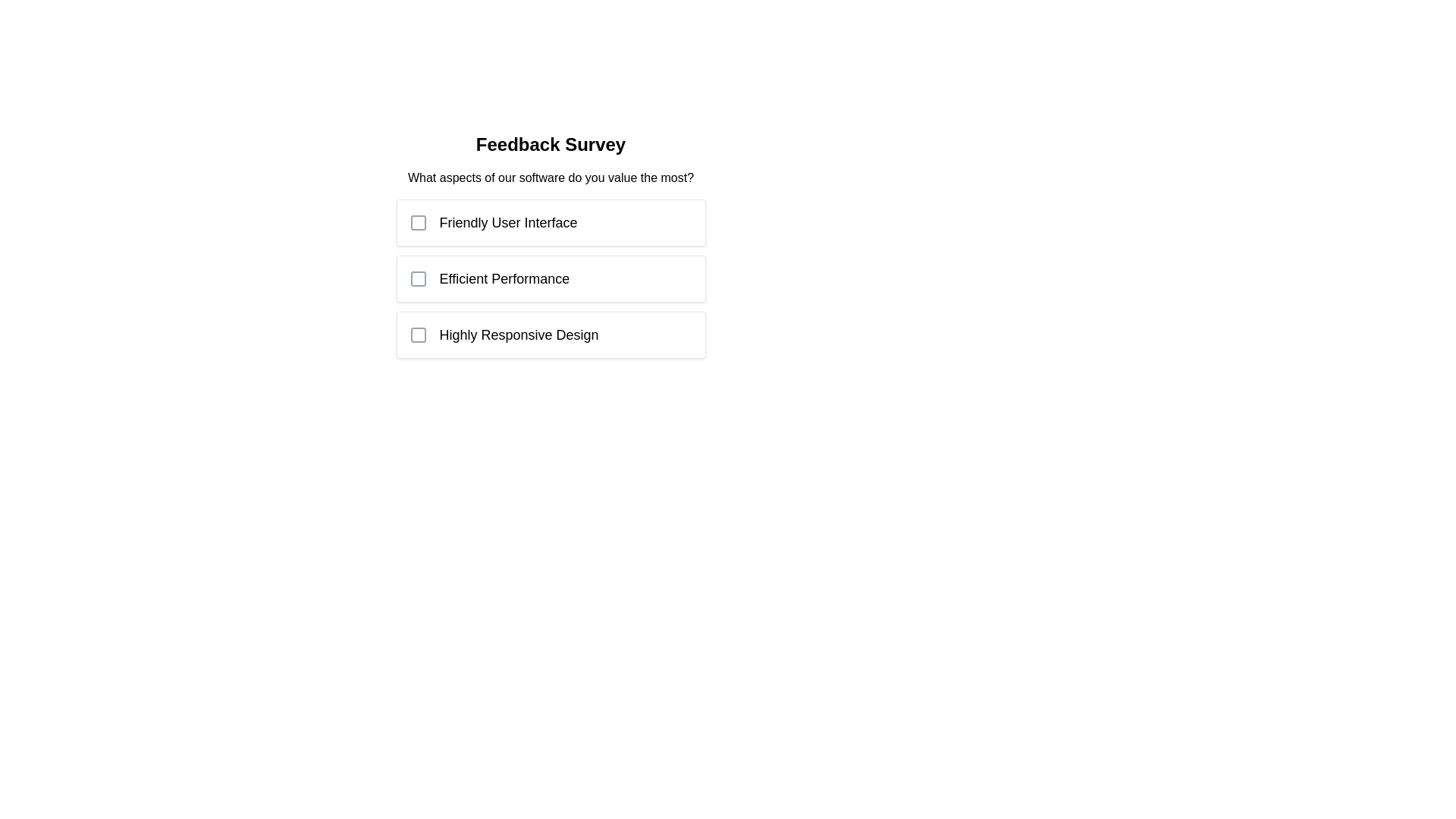 This screenshot has width=1456, height=819. What do you see at coordinates (418, 278) in the screenshot?
I see `the checkbox for 'Efficient Performance'` at bounding box center [418, 278].